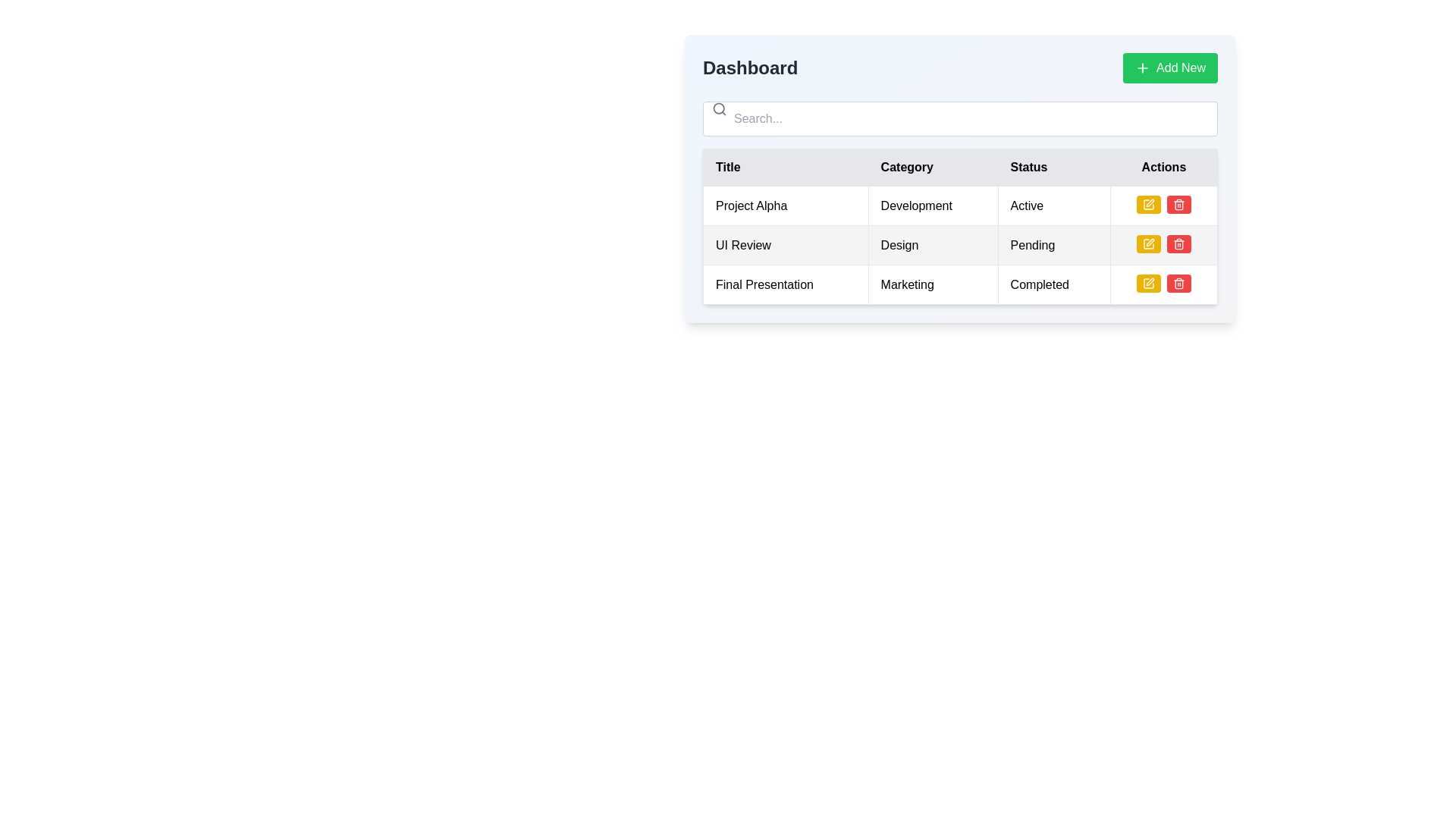 This screenshot has height=819, width=1456. Describe the element at coordinates (1148, 243) in the screenshot. I see `the outlined box icon of the action button with a yellow background located in the 'Actions' column of the third row` at that location.